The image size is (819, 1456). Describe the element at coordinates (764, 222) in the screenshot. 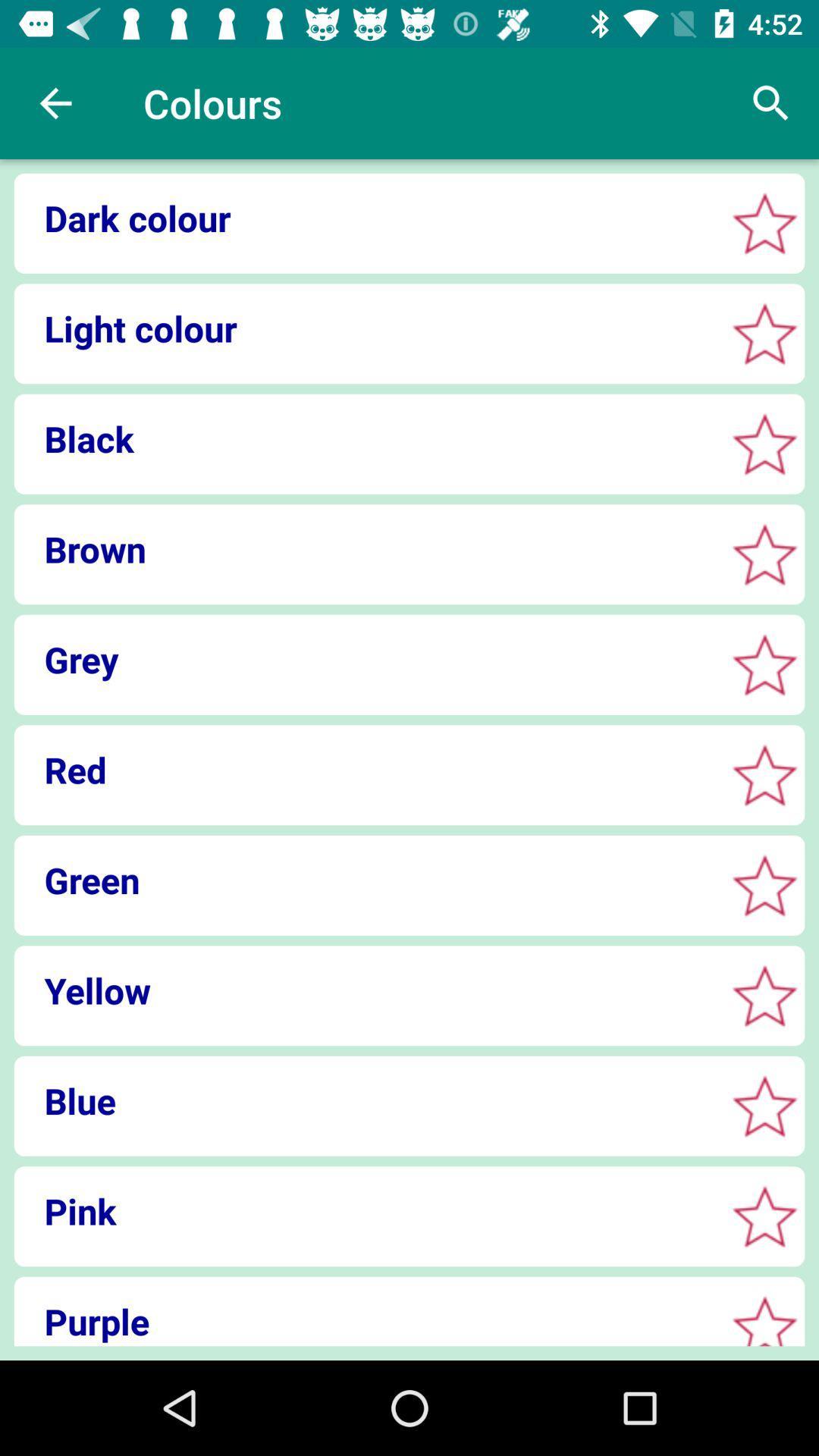

I see `star` at that location.